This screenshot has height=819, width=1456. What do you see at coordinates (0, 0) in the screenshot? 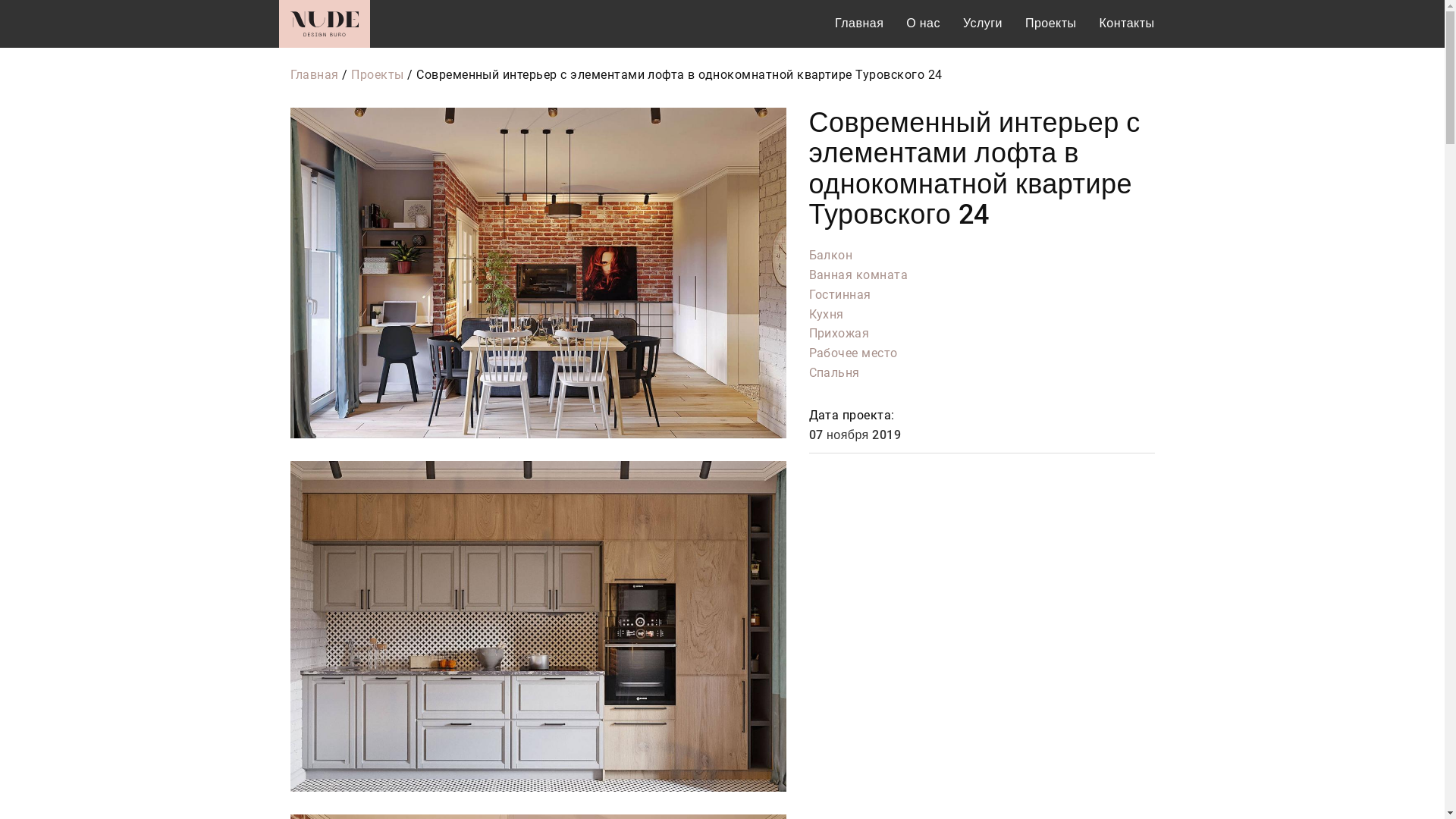
I see `'Skip to main navigation'` at bounding box center [0, 0].